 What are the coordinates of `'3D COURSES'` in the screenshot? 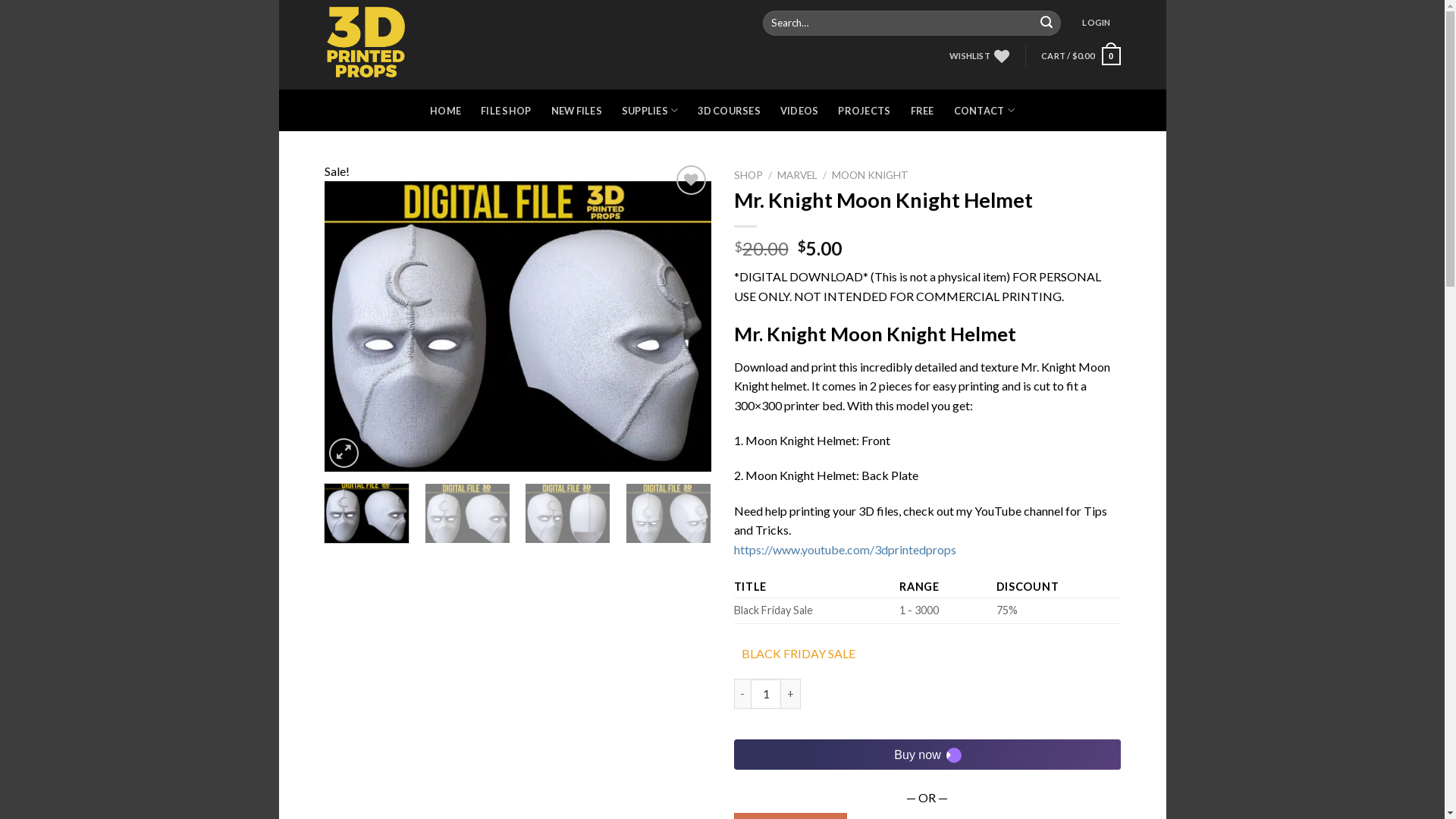 It's located at (729, 110).